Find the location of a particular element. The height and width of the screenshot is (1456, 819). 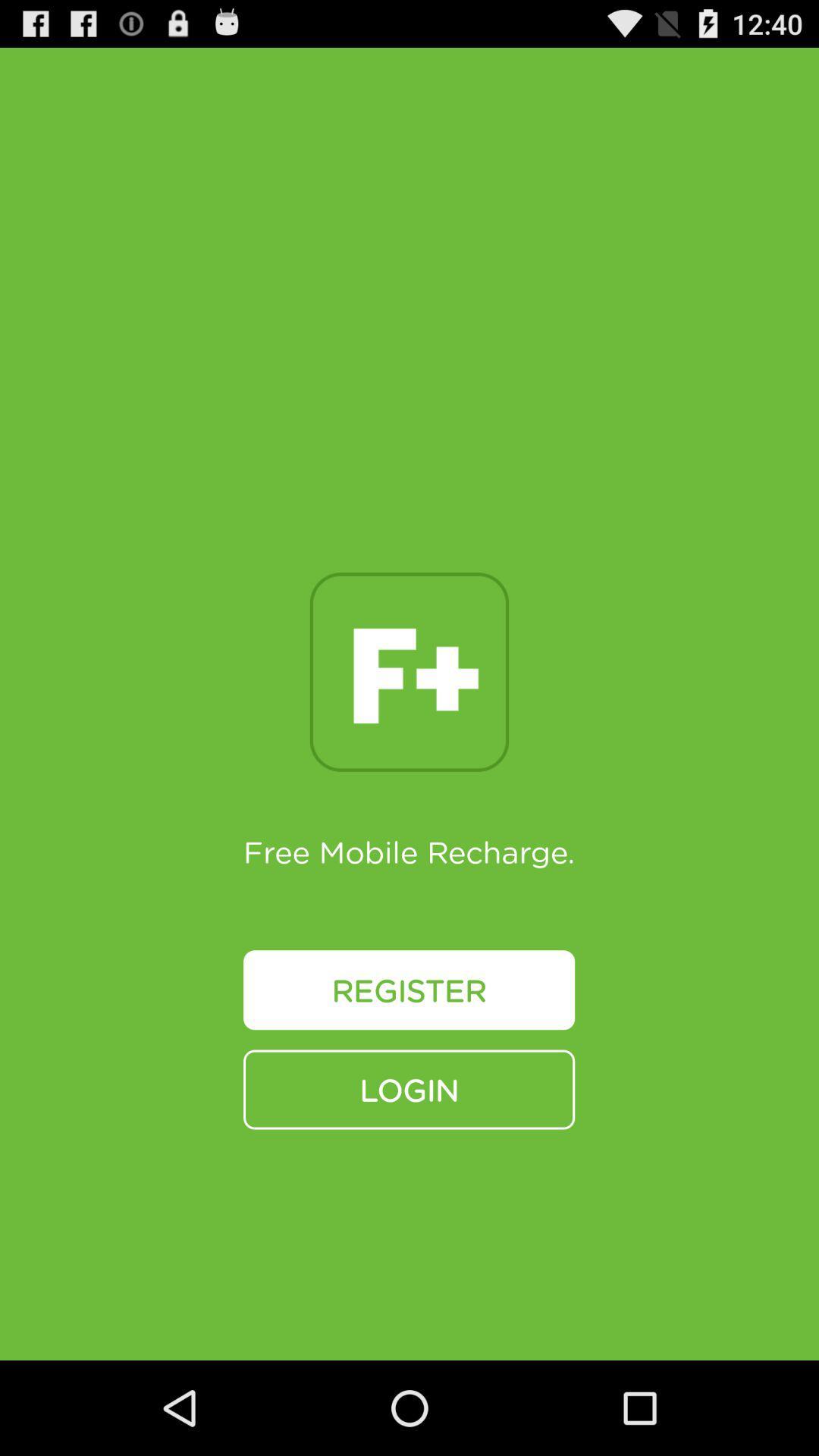

item below the register item is located at coordinates (408, 1088).